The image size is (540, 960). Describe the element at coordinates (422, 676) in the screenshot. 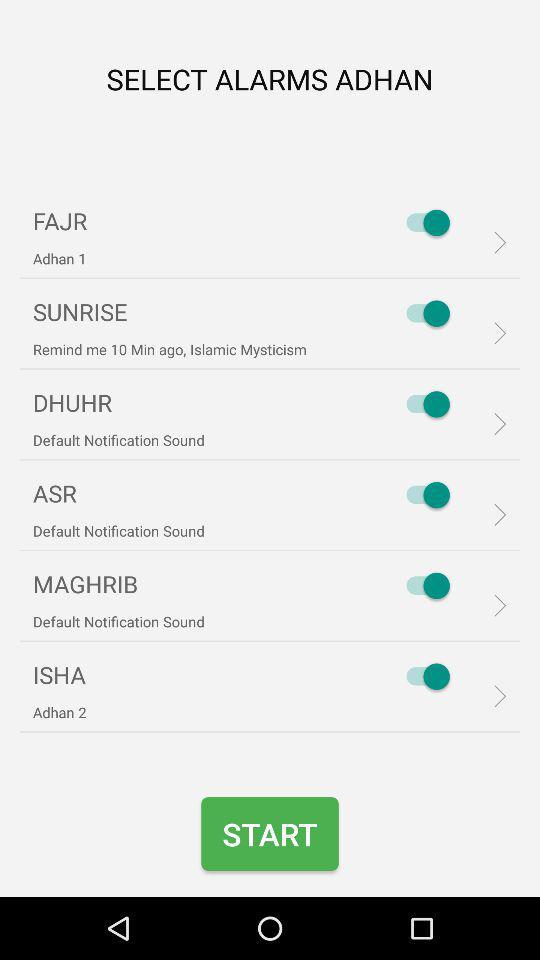

I see `on-off` at that location.